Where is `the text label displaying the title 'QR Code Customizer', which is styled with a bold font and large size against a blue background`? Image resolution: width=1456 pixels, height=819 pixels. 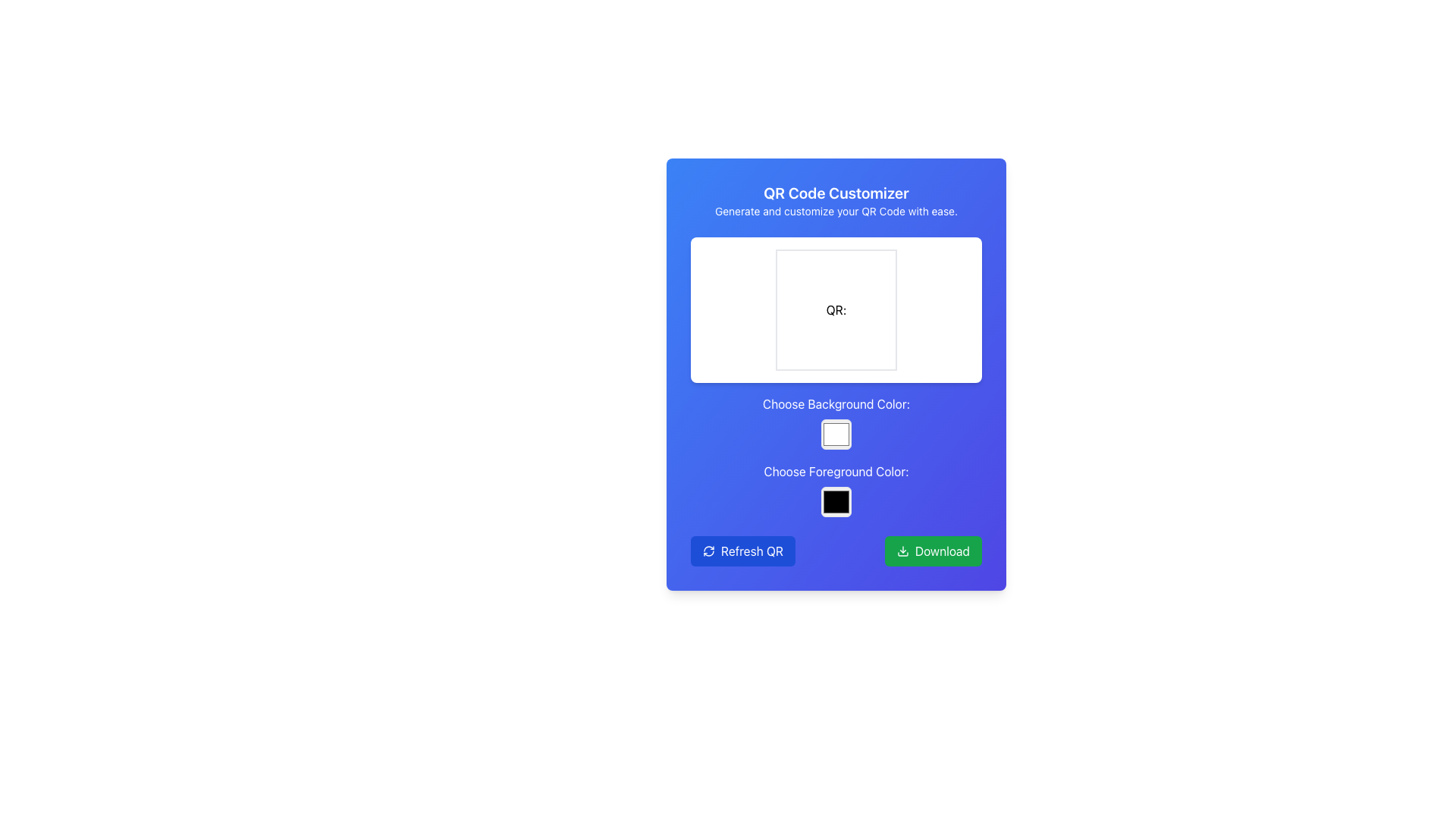 the text label displaying the title 'QR Code Customizer', which is styled with a bold font and large size against a blue background is located at coordinates (836, 192).